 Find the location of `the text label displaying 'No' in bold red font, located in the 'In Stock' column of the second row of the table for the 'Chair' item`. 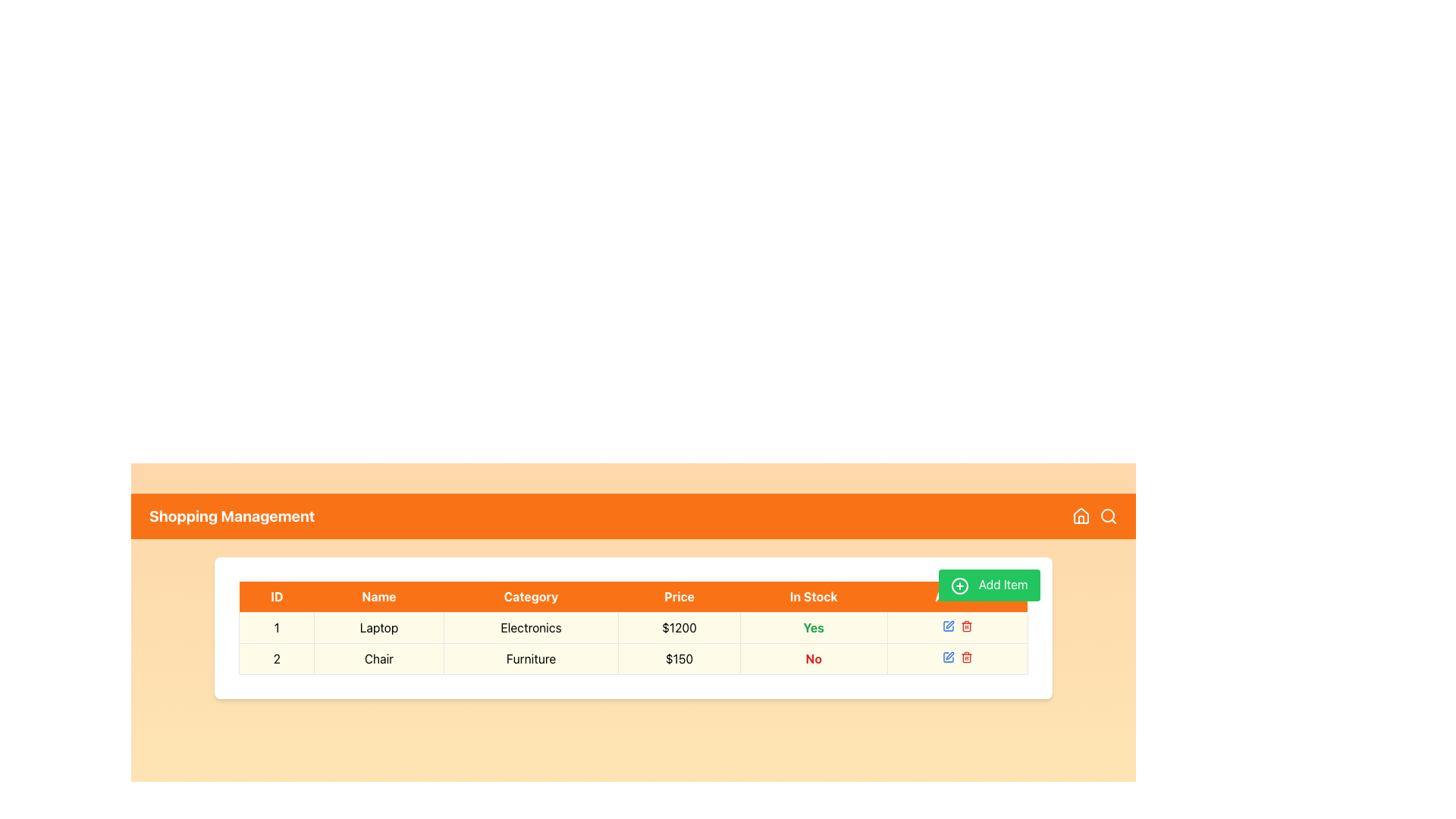

the text label displaying 'No' in bold red font, located in the 'In Stock' column of the second row of the table for the 'Chair' item is located at coordinates (813, 657).